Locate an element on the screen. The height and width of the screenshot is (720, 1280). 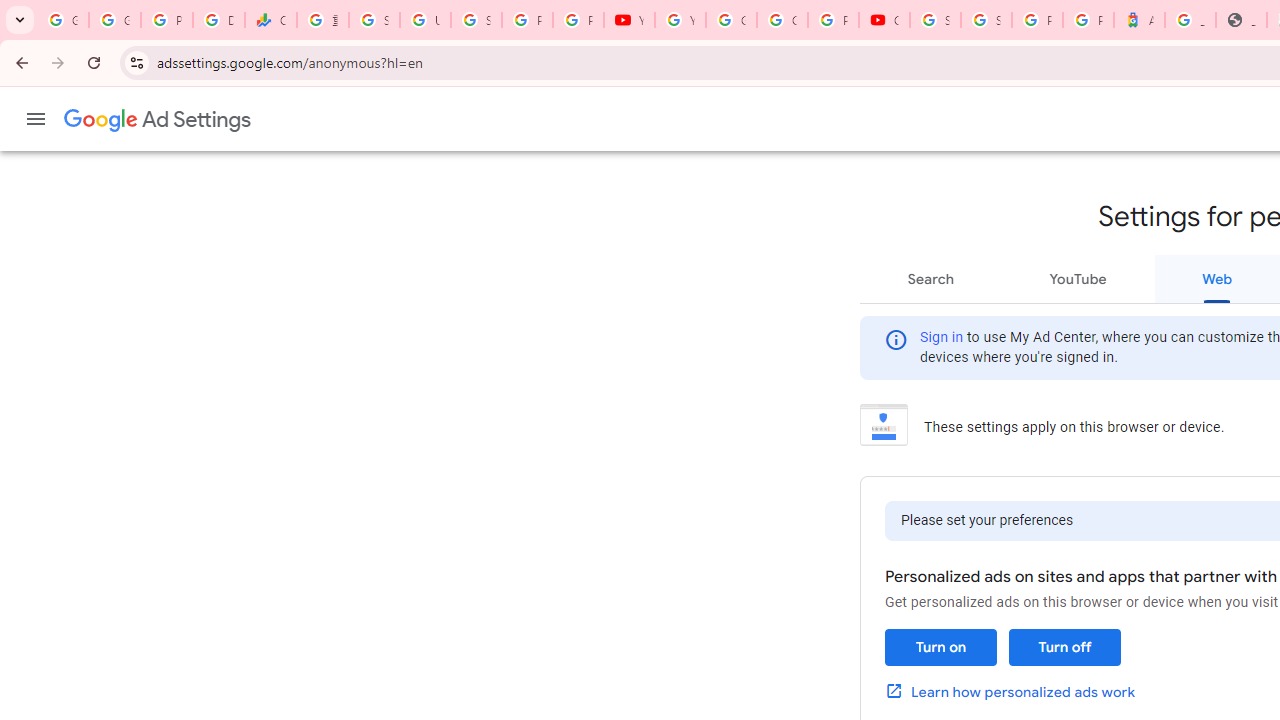
'Ad Settings' is located at coordinates (157, 120).